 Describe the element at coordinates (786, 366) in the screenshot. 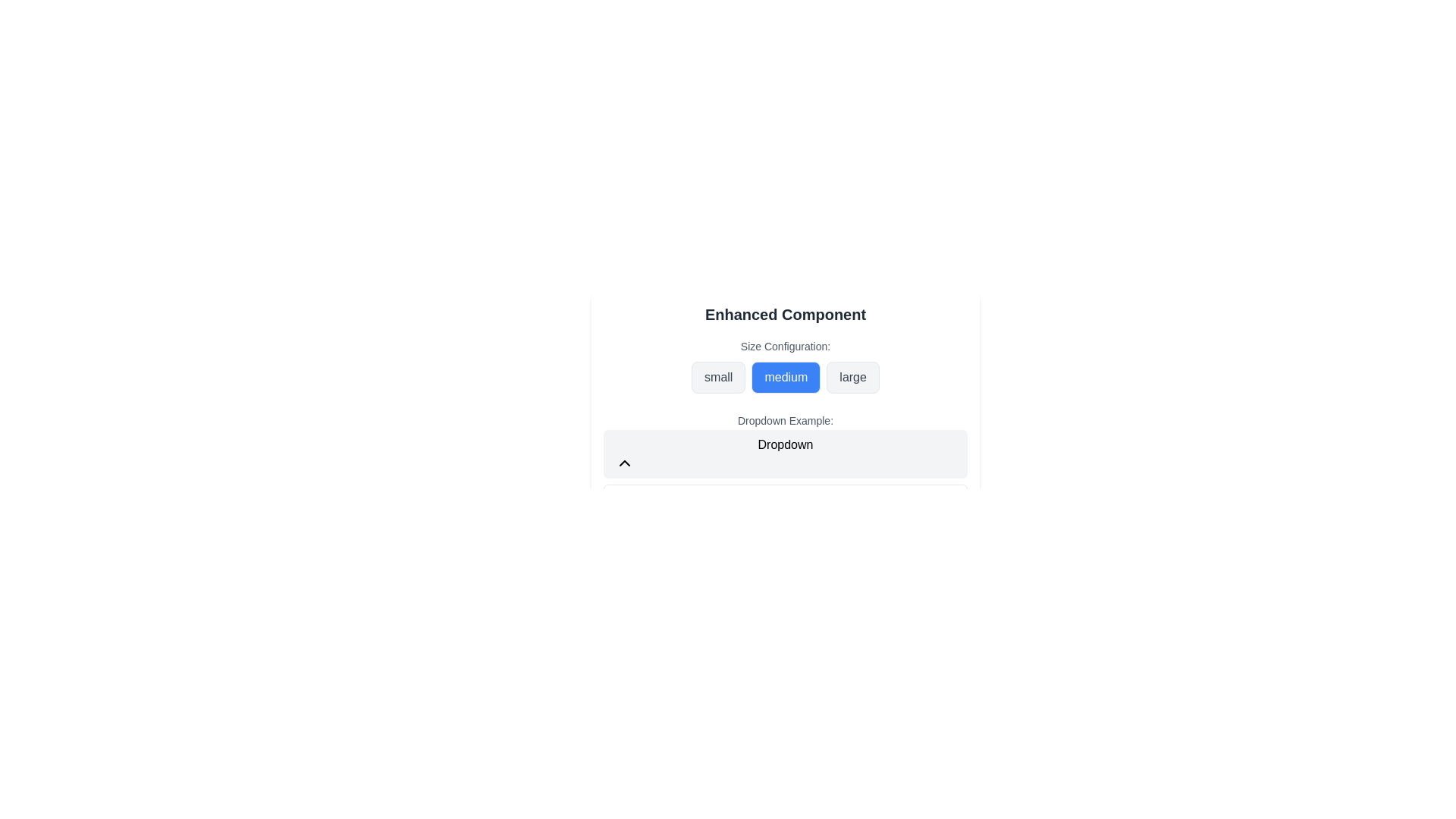

I see `the 'medium' size configuration button located under the 'Size Configuration' header` at that location.